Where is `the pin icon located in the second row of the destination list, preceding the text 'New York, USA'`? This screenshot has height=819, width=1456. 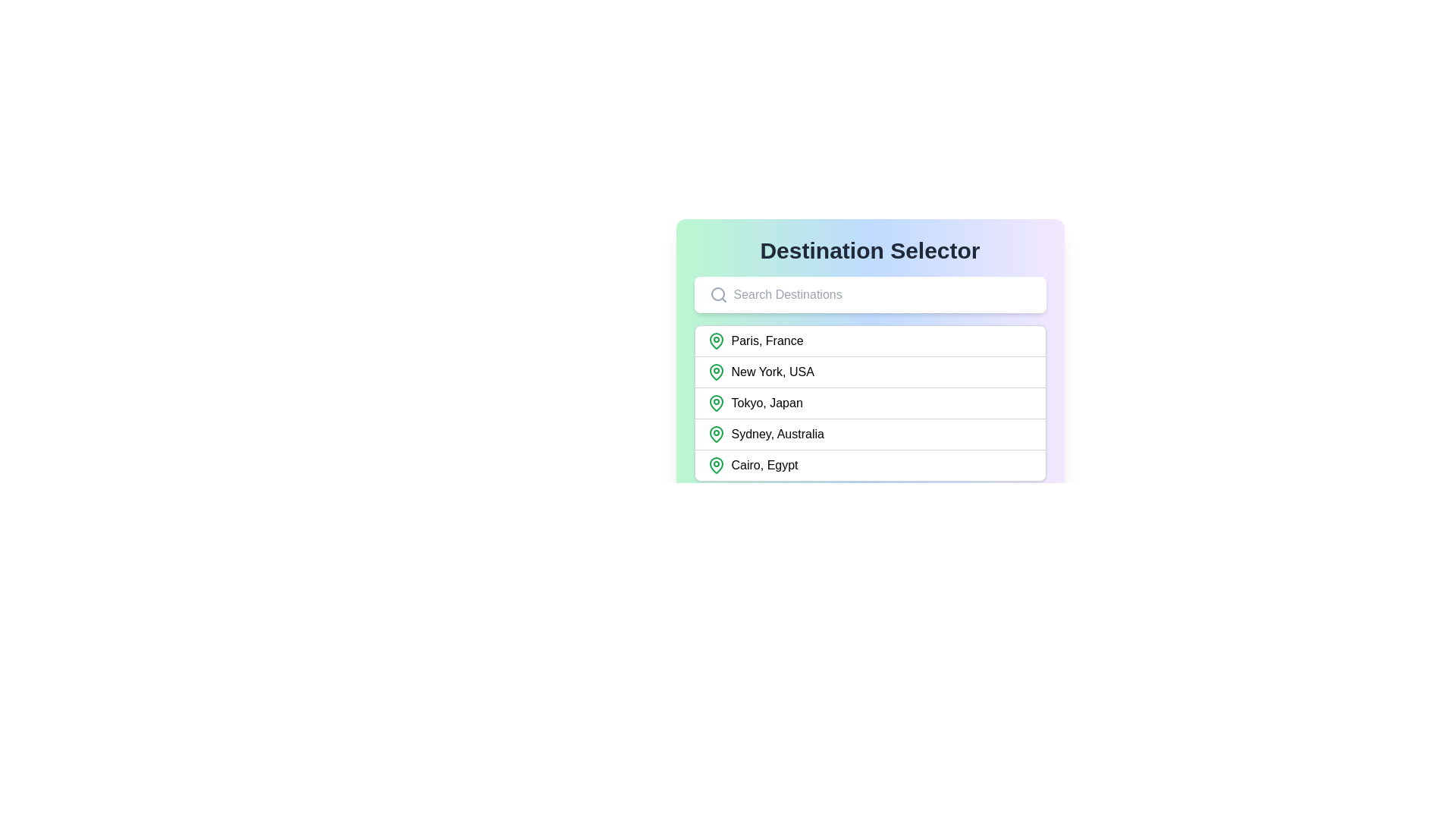
the pin icon located in the second row of the destination list, preceding the text 'New York, USA' is located at coordinates (715, 372).